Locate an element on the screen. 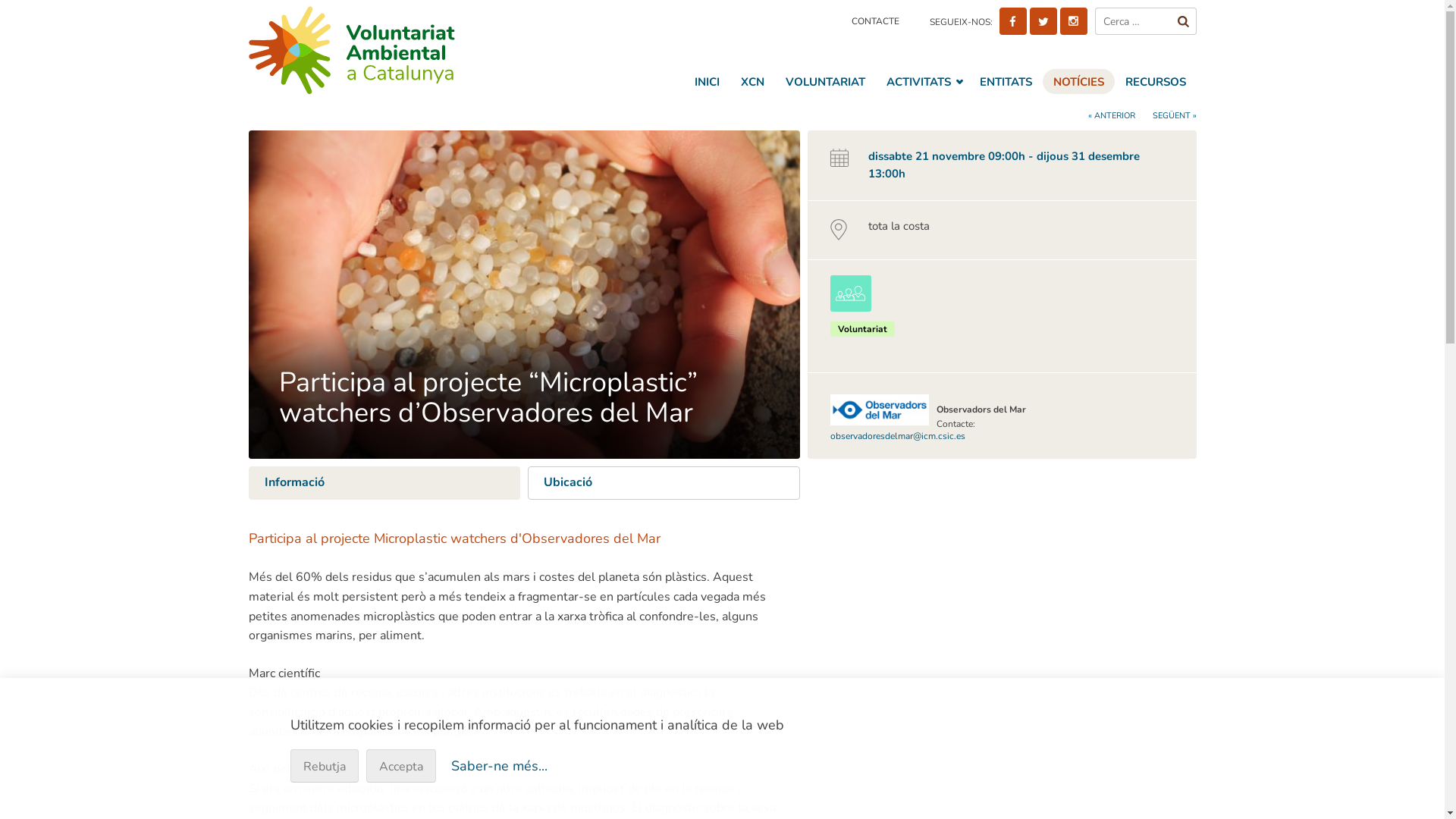 Image resolution: width=1456 pixels, height=819 pixels. 'Cerca' is located at coordinates (1182, 20).